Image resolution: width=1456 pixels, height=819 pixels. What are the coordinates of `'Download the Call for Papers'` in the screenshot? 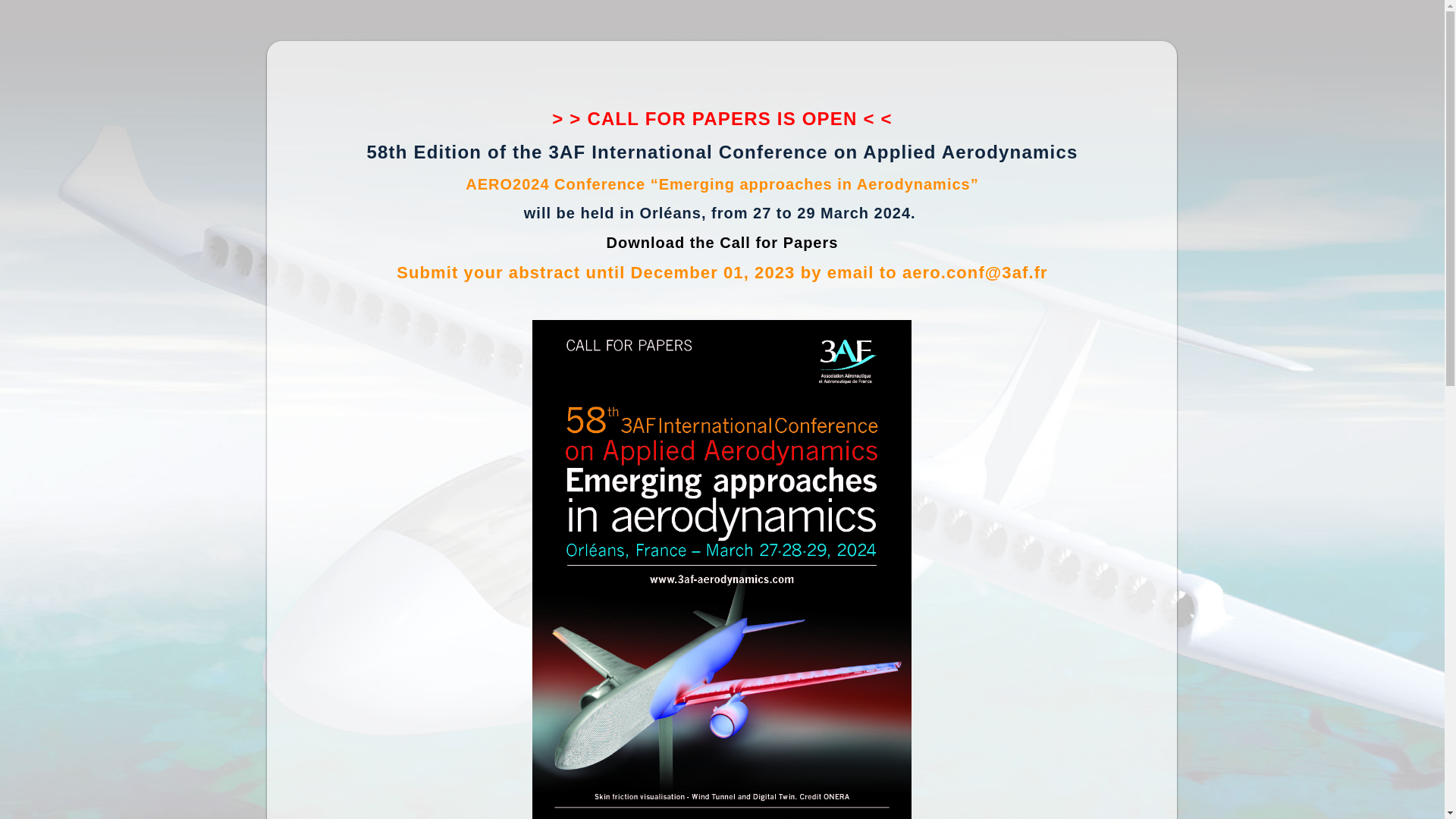 It's located at (722, 242).